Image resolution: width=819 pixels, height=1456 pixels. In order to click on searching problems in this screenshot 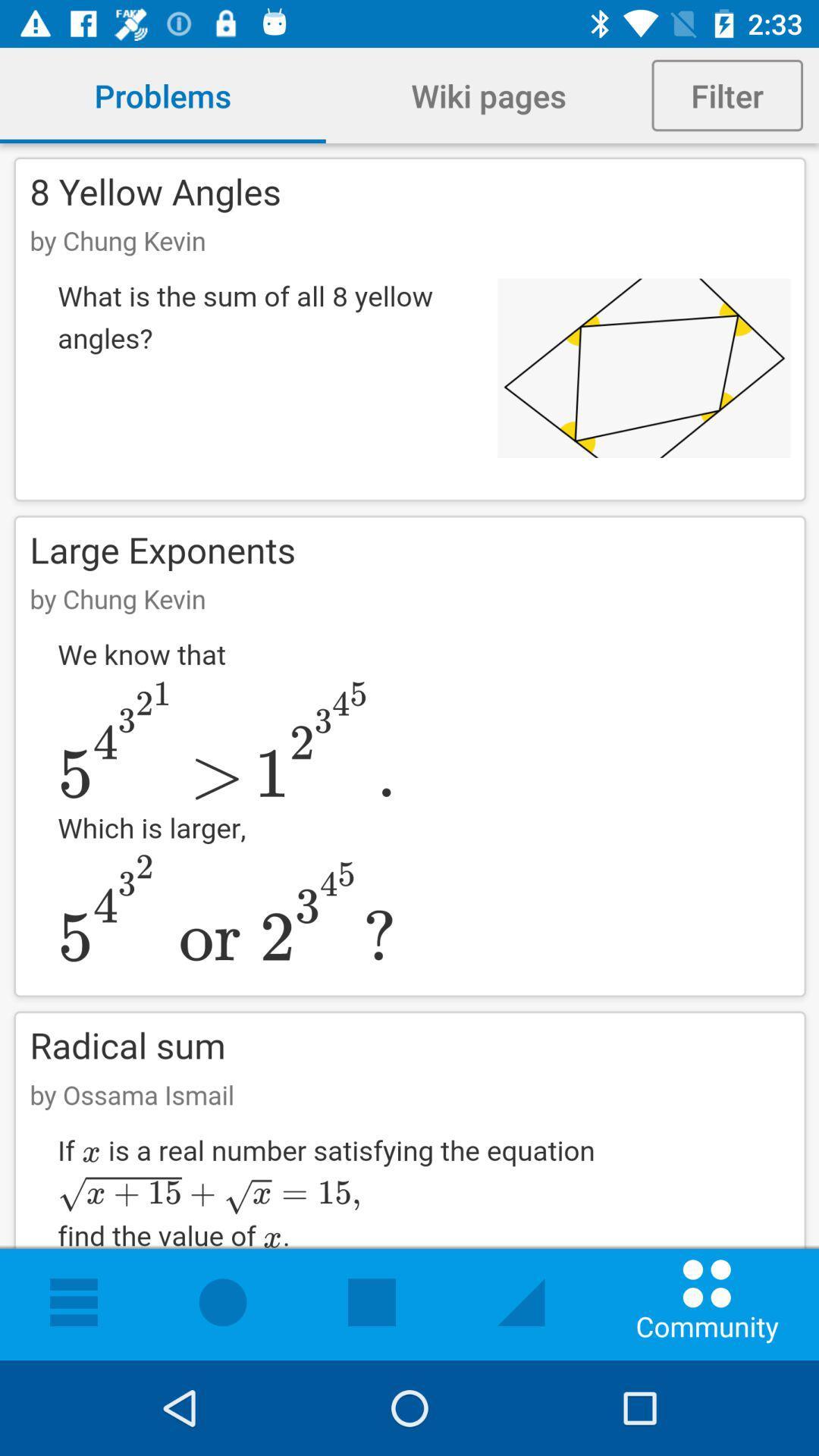, I will do `click(409, 752)`.